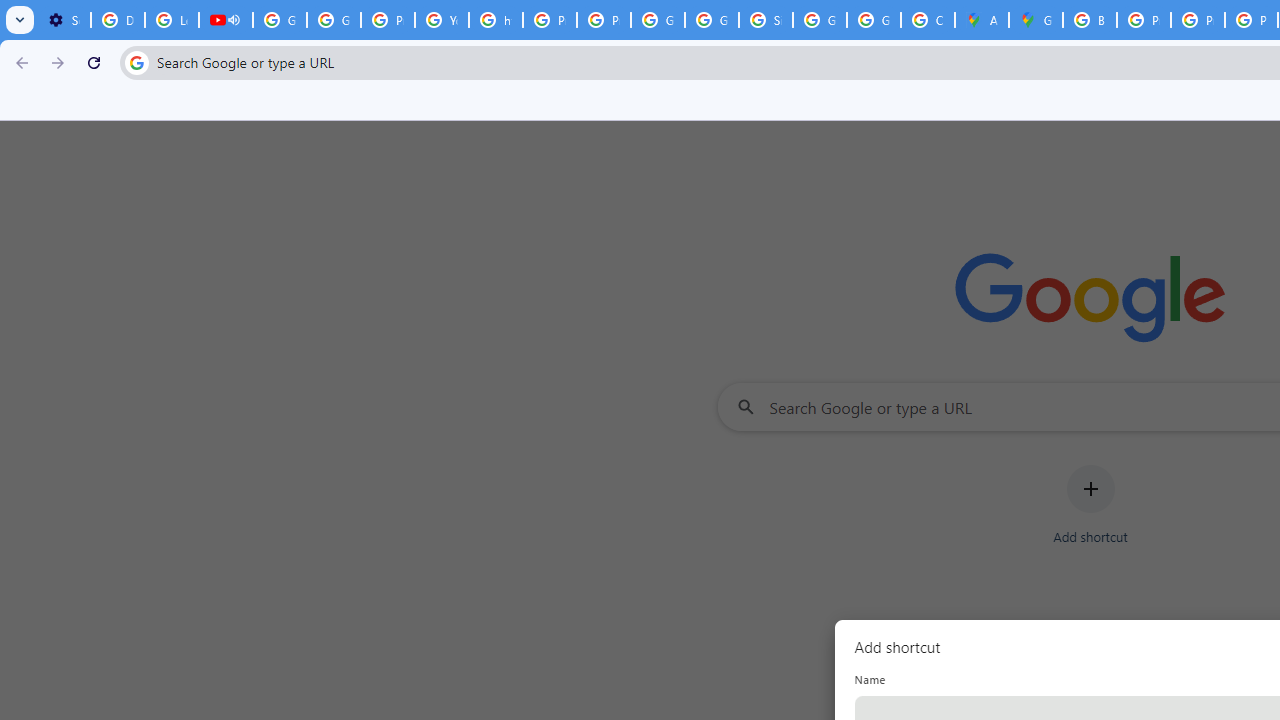 The height and width of the screenshot is (720, 1280). Describe the element at coordinates (279, 20) in the screenshot. I see `'Google Account Help'` at that location.